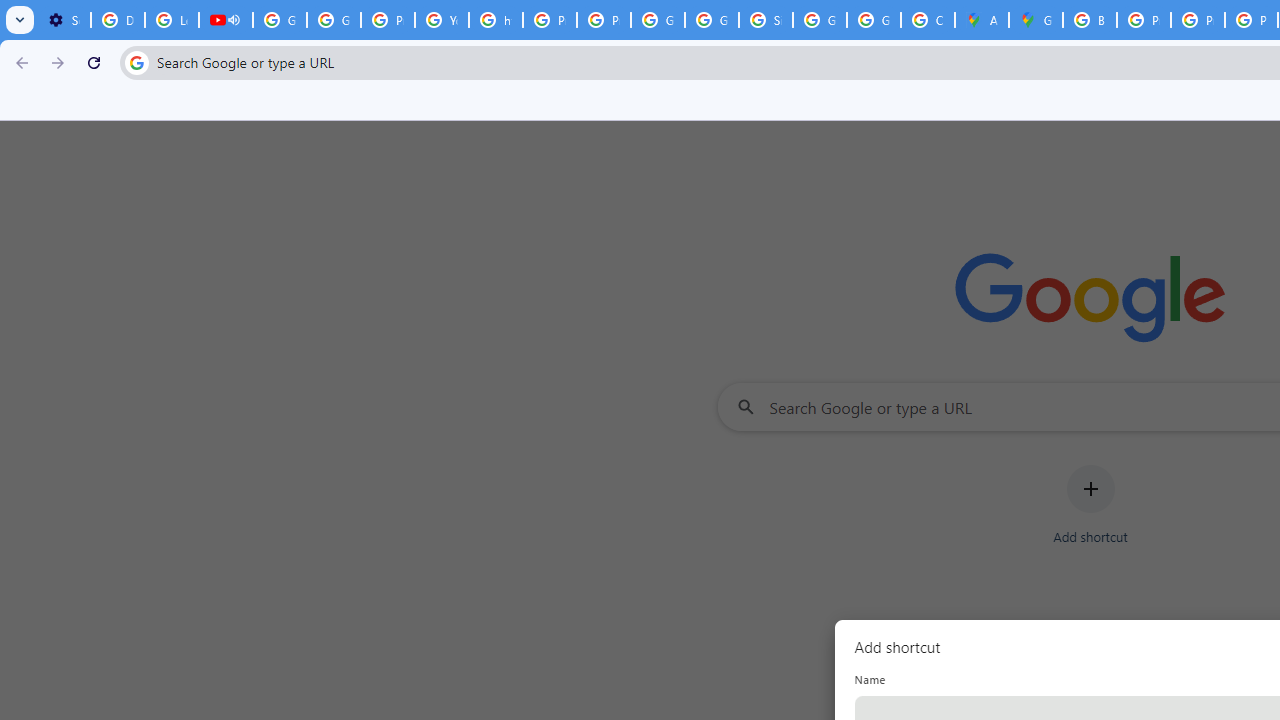 The height and width of the screenshot is (720, 1280). Describe the element at coordinates (279, 20) in the screenshot. I see `'Google Account Help'` at that location.